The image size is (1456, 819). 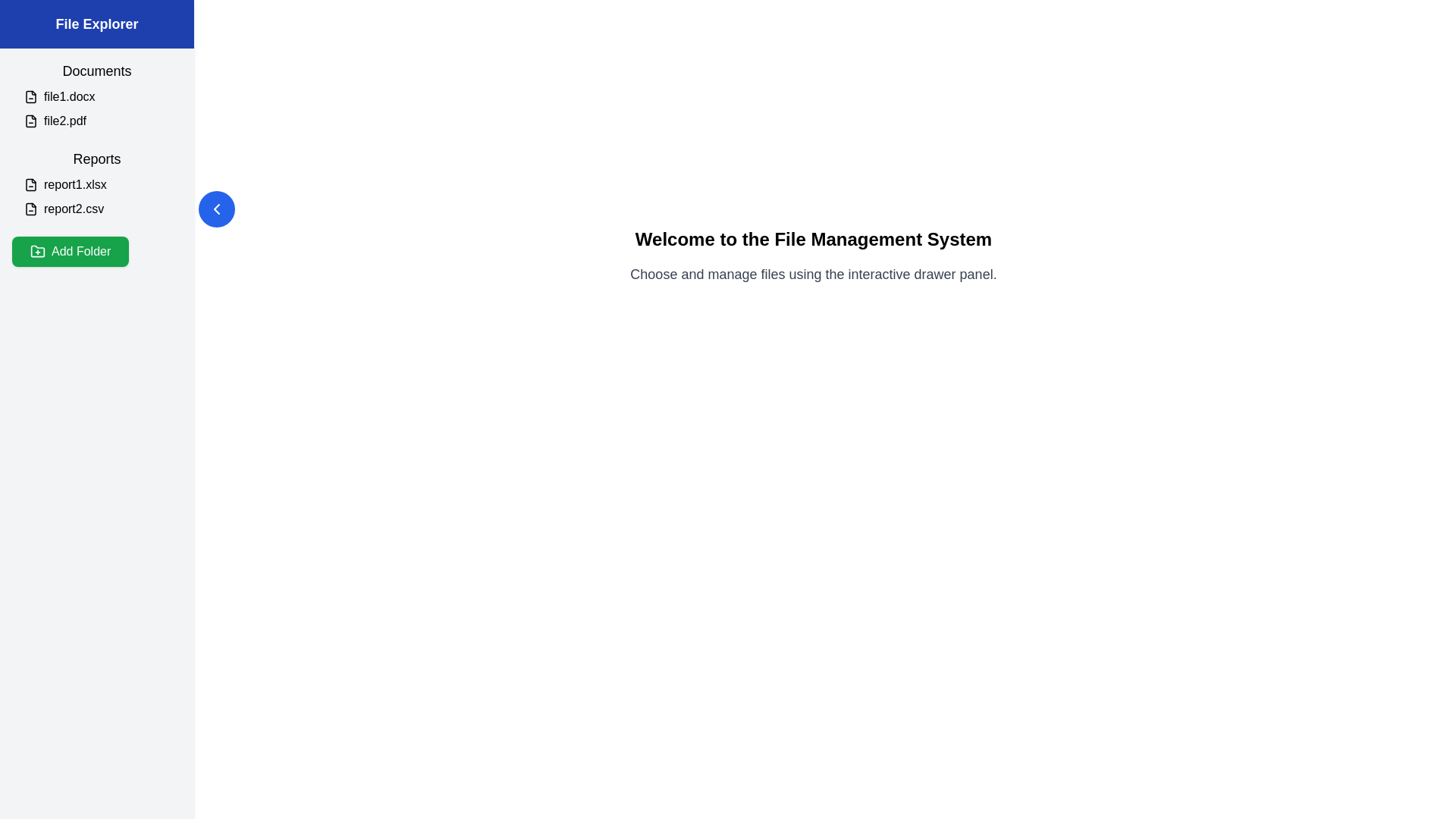 I want to click on the circular blue button with a white chevron pointing left, so click(x=216, y=209).